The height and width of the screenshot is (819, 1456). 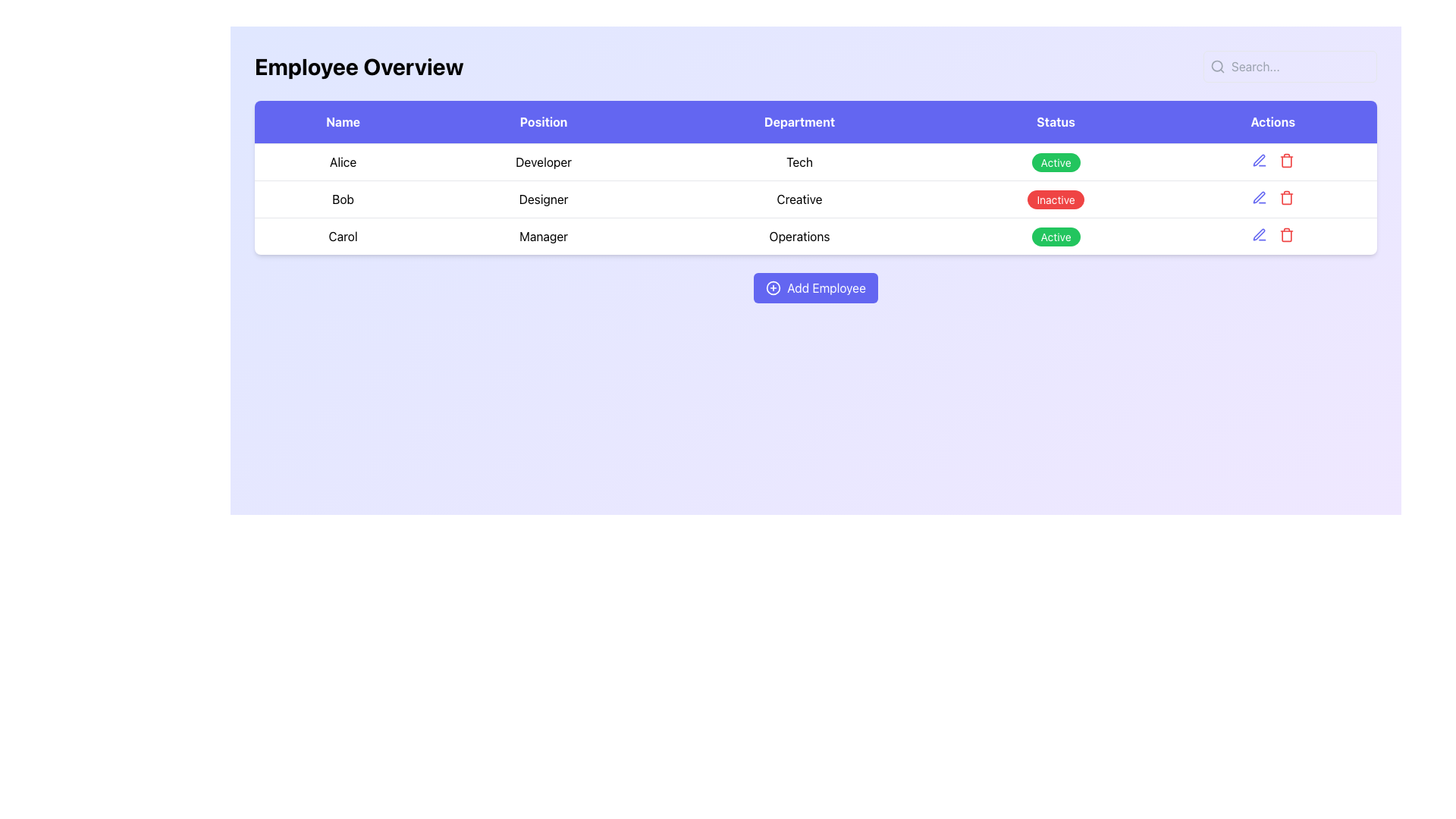 What do you see at coordinates (342, 162) in the screenshot?
I see `text content 'Alice' from the first column and first row of the employee information table, which is adjacent to the 'Developer' text in the Position column` at bounding box center [342, 162].